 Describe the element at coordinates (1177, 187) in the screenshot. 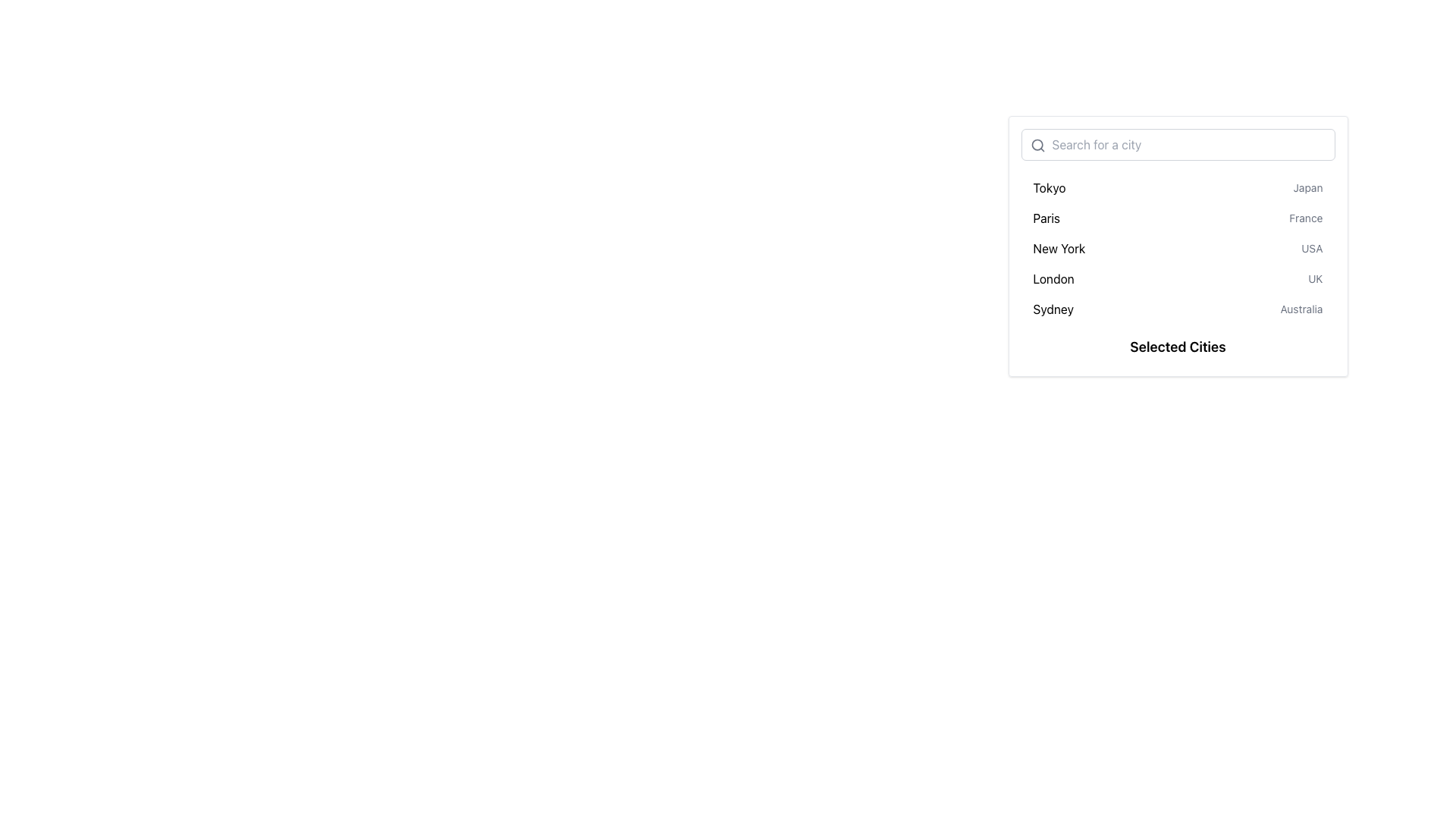

I see `the first List Item element displaying 'Tokyo' and 'Japan'` at that location.